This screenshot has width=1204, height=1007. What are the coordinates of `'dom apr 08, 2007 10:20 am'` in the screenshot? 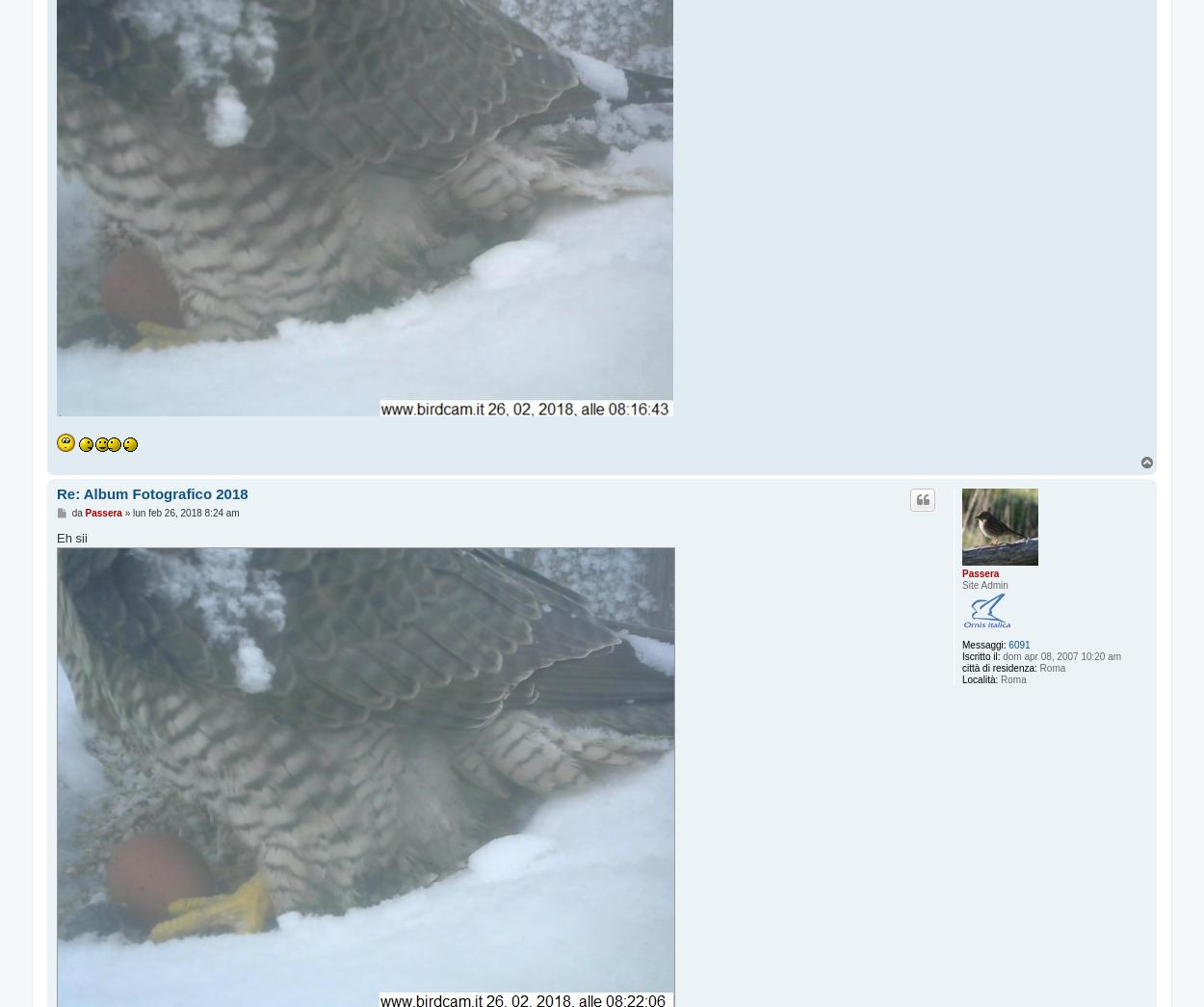 It's located at (1060, 655).